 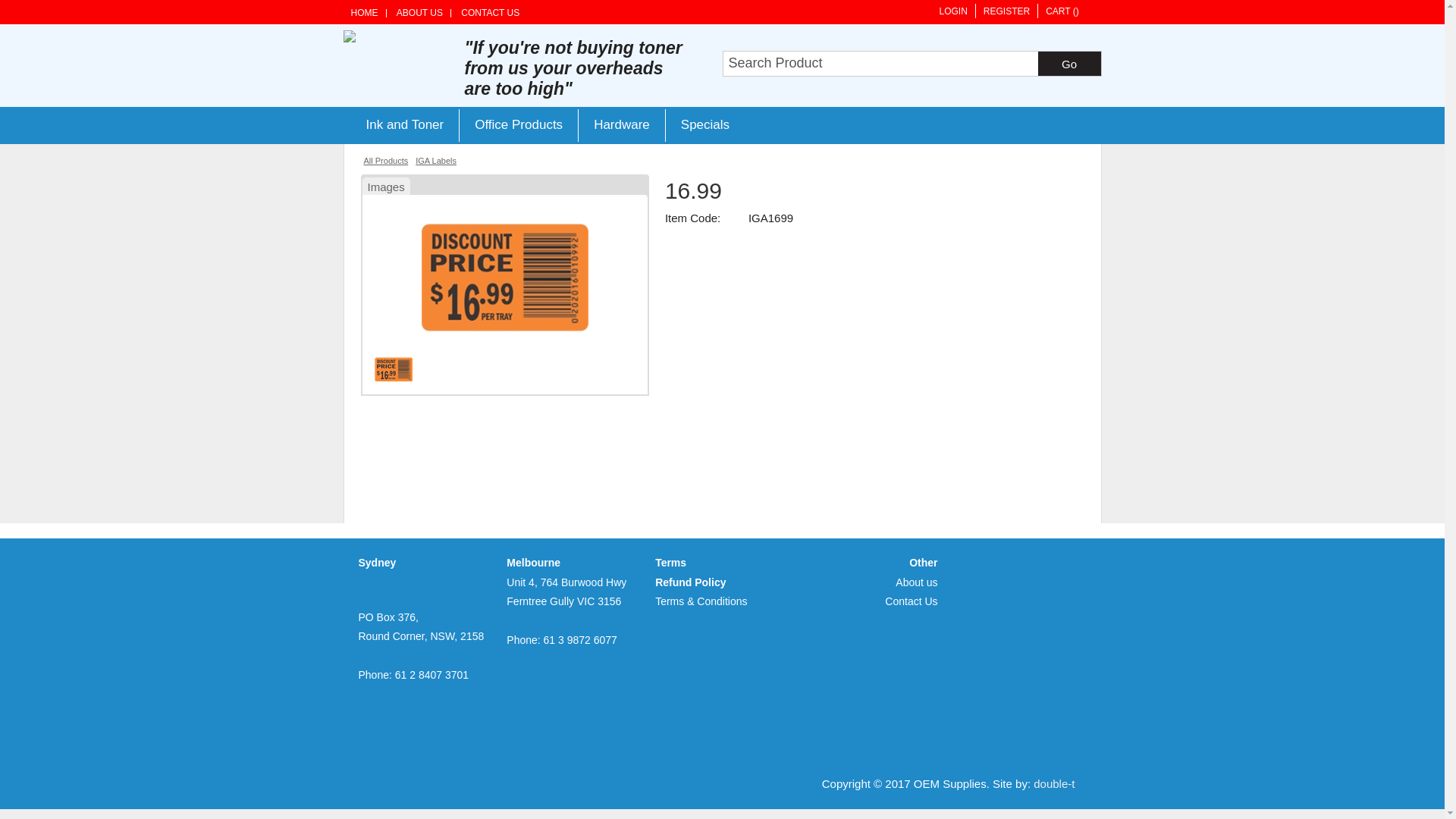 I want to click on 'ABOUT US', so click(x=419, y=13).